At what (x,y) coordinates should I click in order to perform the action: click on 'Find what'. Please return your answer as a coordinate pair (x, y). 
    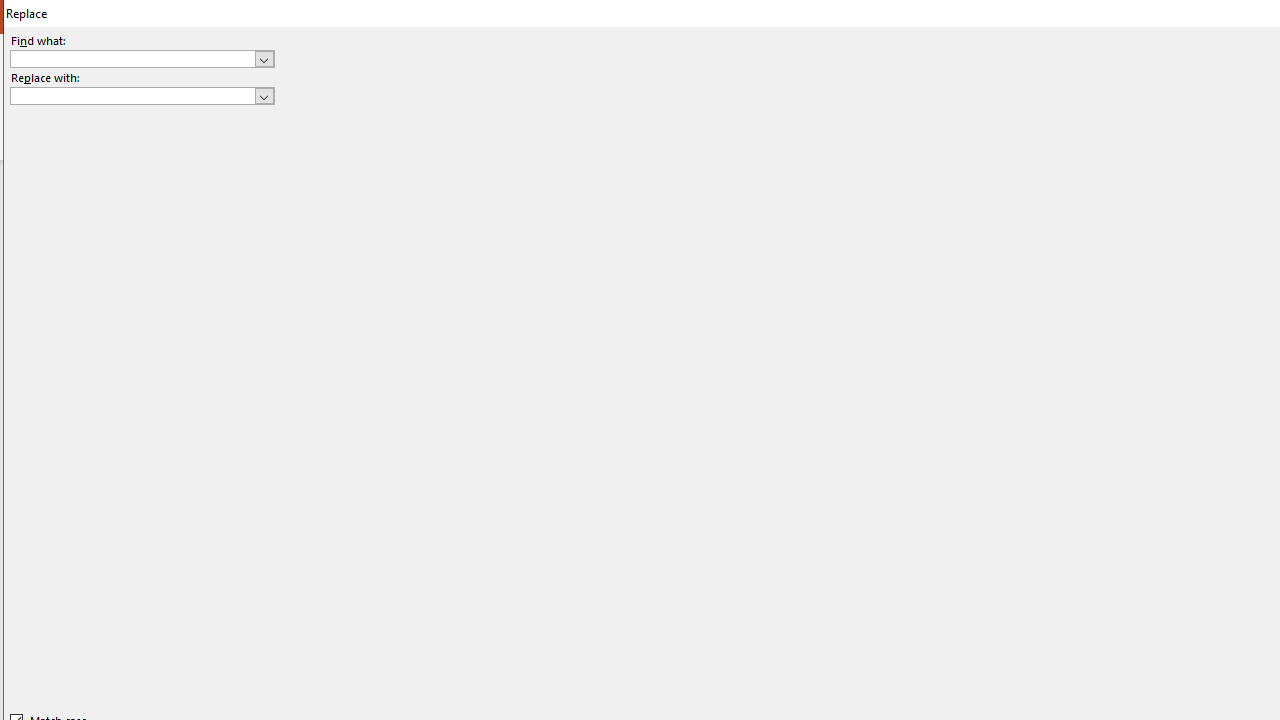
    Looking at the image, I should click on (141, 57).